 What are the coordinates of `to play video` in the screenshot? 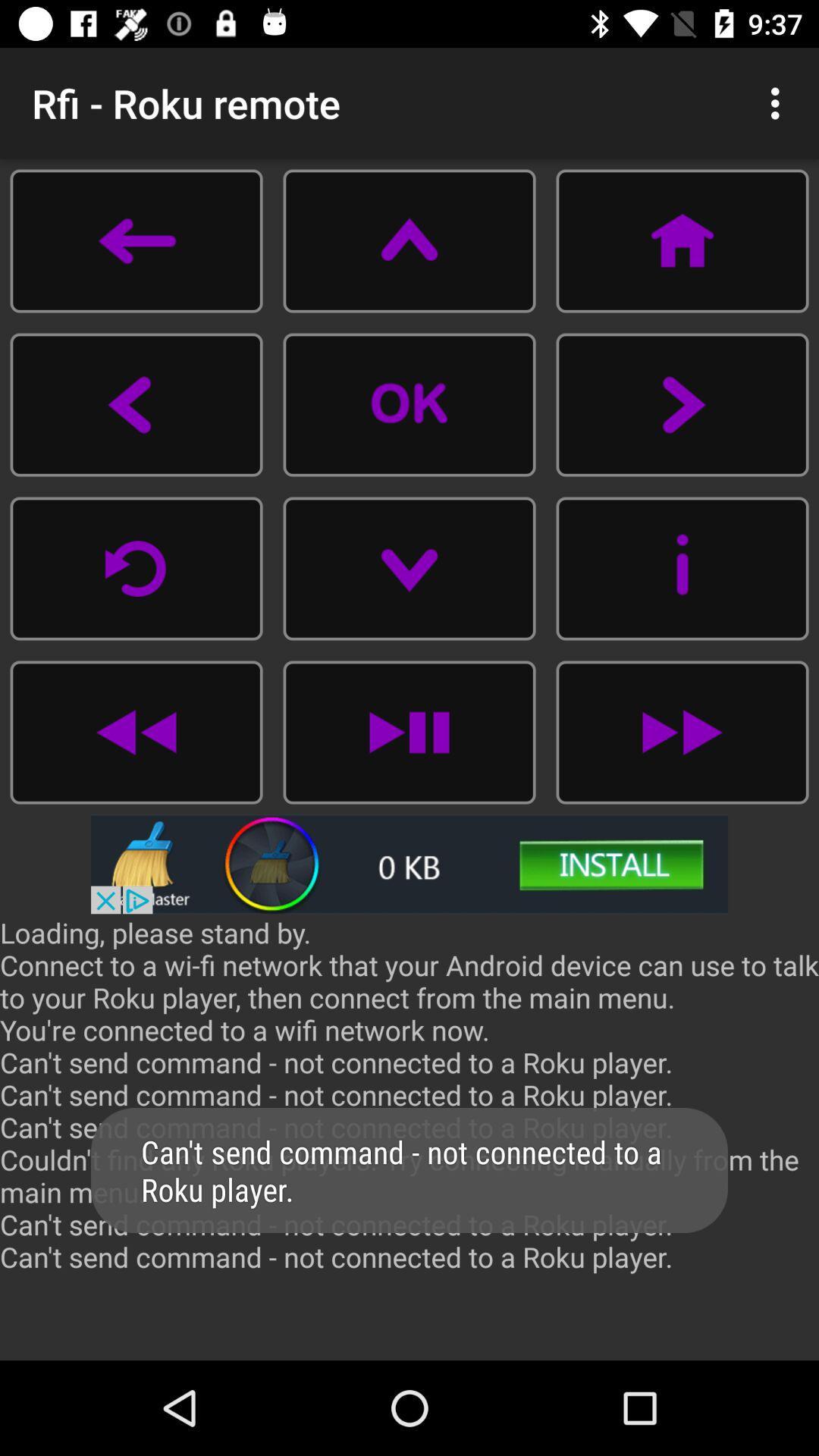 It's located at (409, 404).